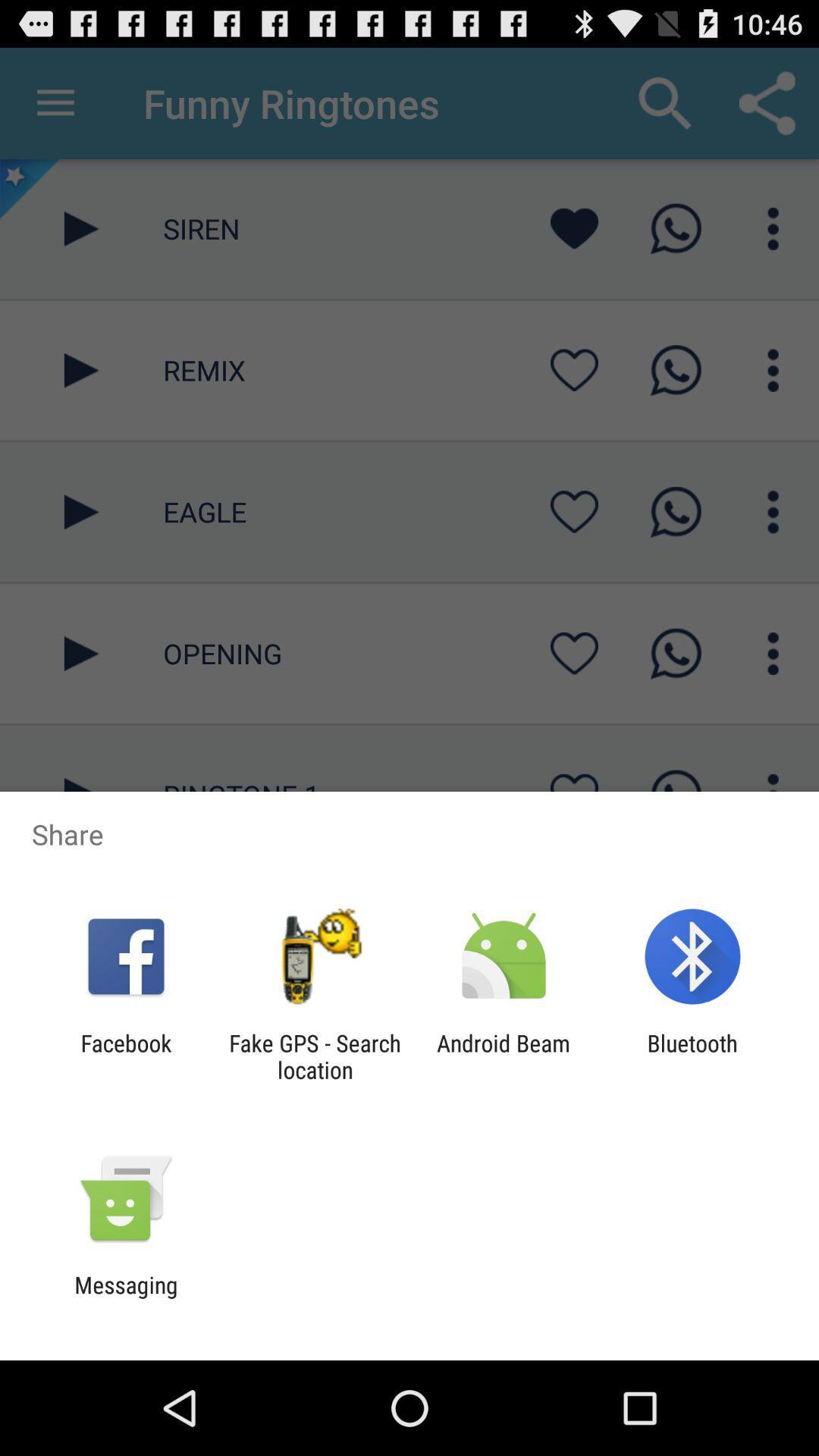 This screenshot has height=1456, width=819. What do you see at coordinates (125, 1298) in the screenshot?
I see `messaging item` at bounding box center [125, 1298].